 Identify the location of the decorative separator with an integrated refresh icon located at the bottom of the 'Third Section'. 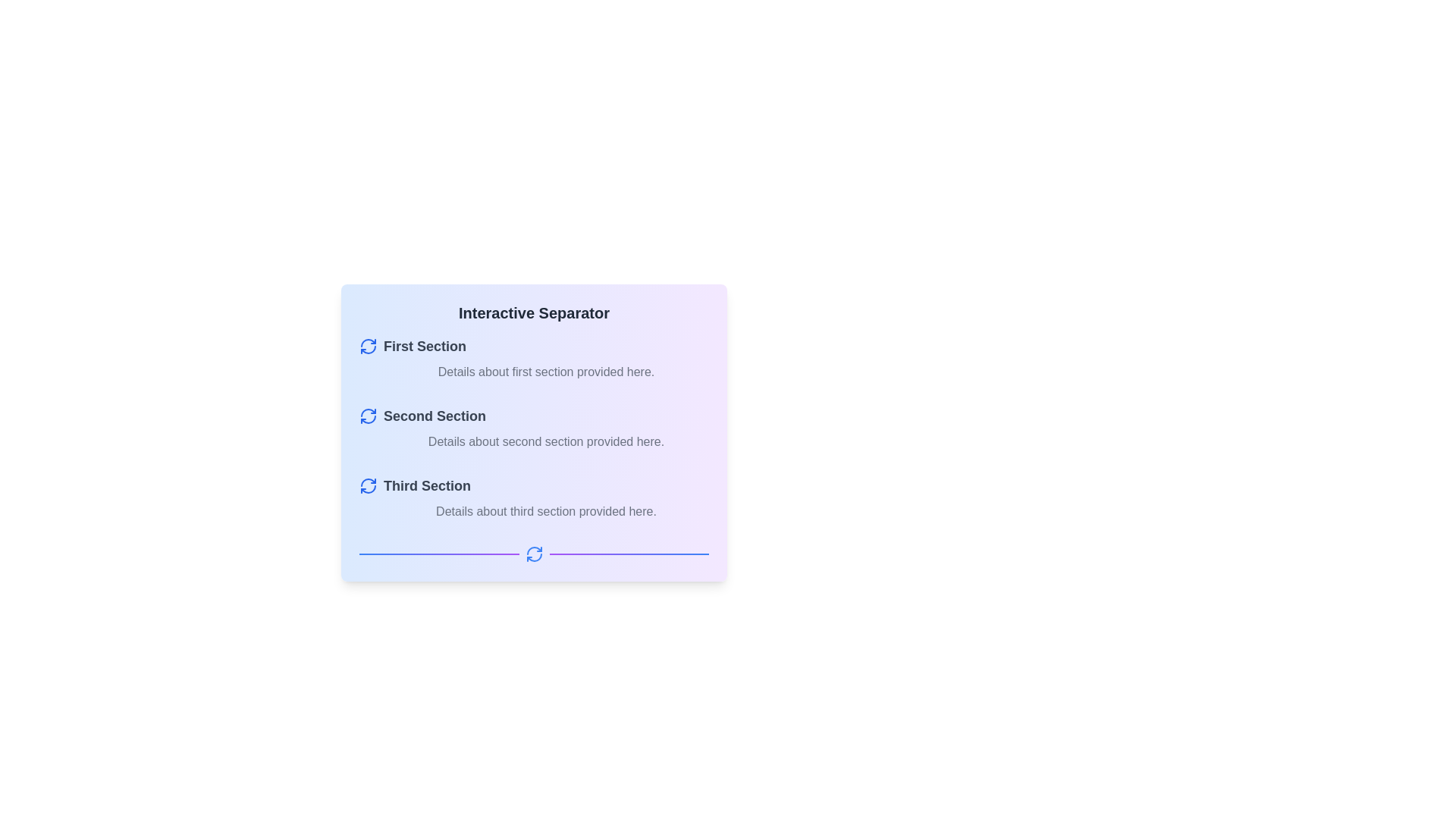
(534, 554).